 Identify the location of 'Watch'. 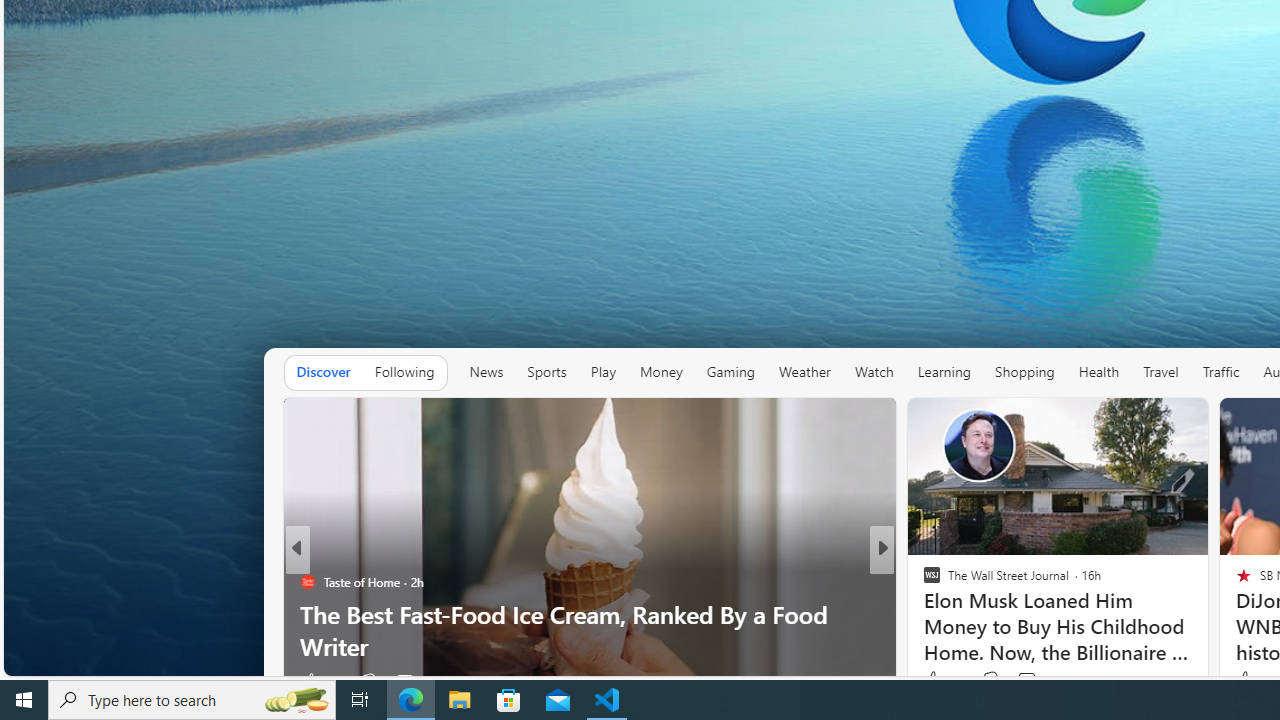
(874, 371).